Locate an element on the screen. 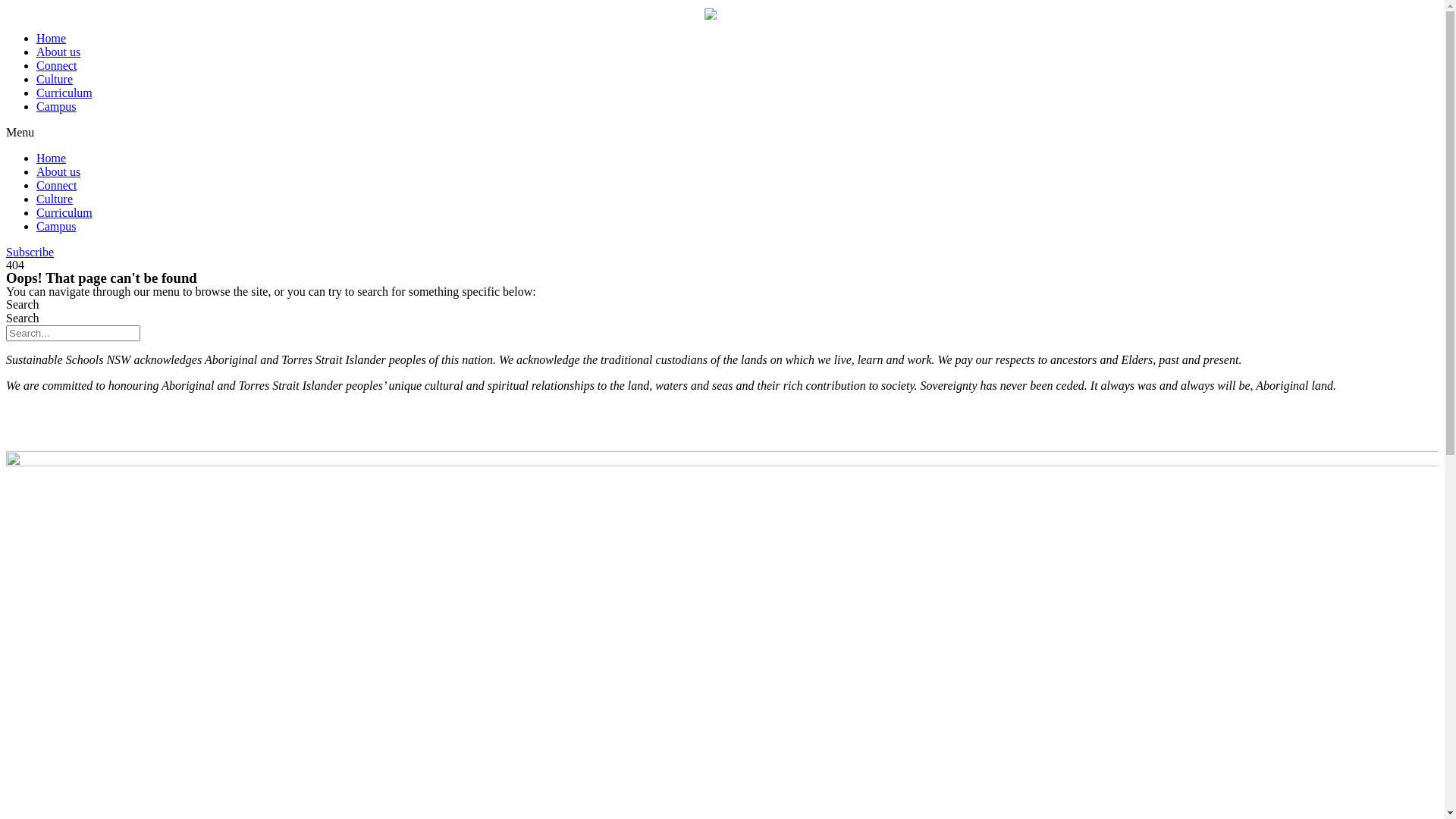 This screenshot has width=1456, height=819. 'Skip to content' is located at coordinates (5, 5).